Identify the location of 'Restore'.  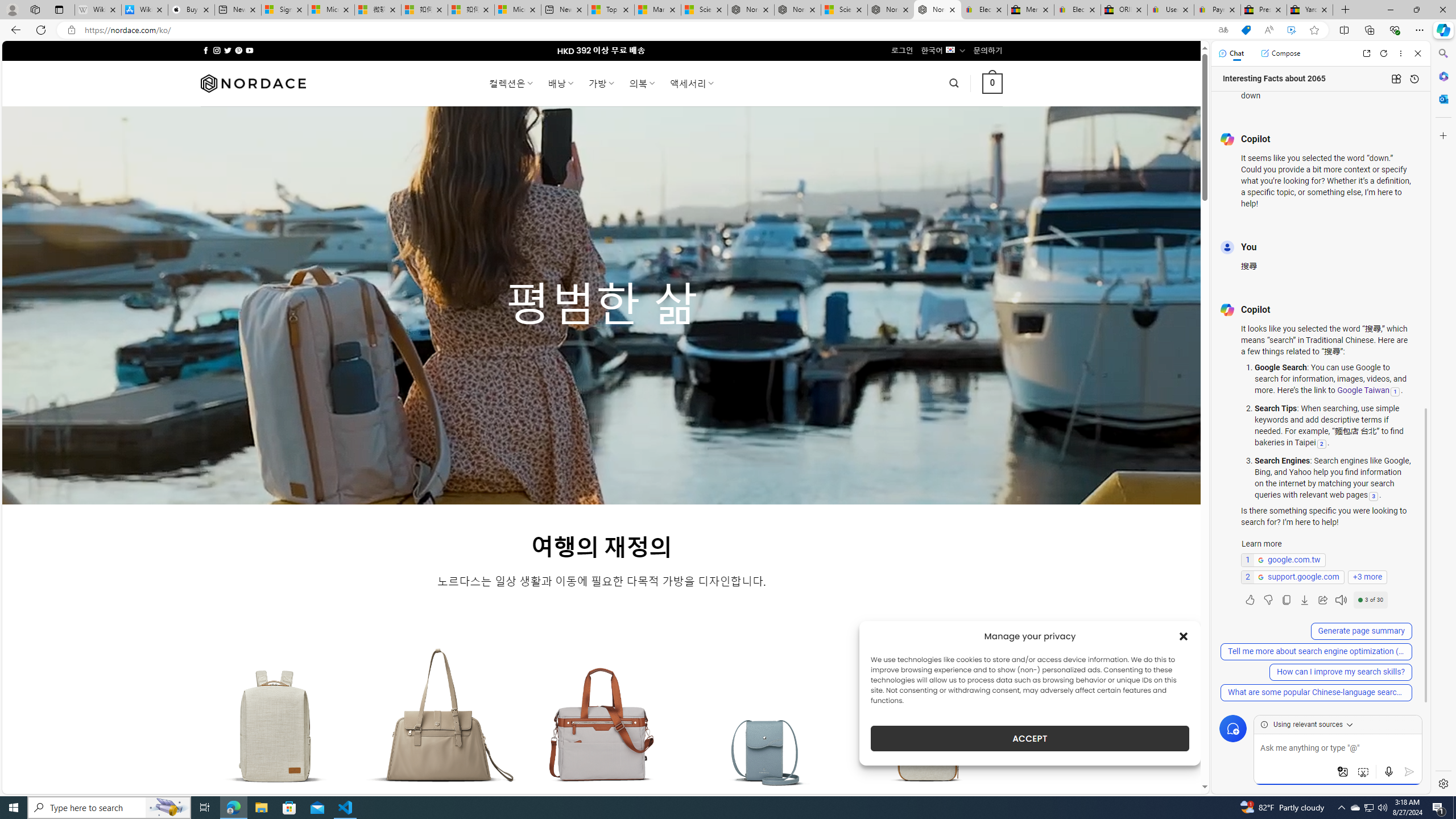
(1416, 9).